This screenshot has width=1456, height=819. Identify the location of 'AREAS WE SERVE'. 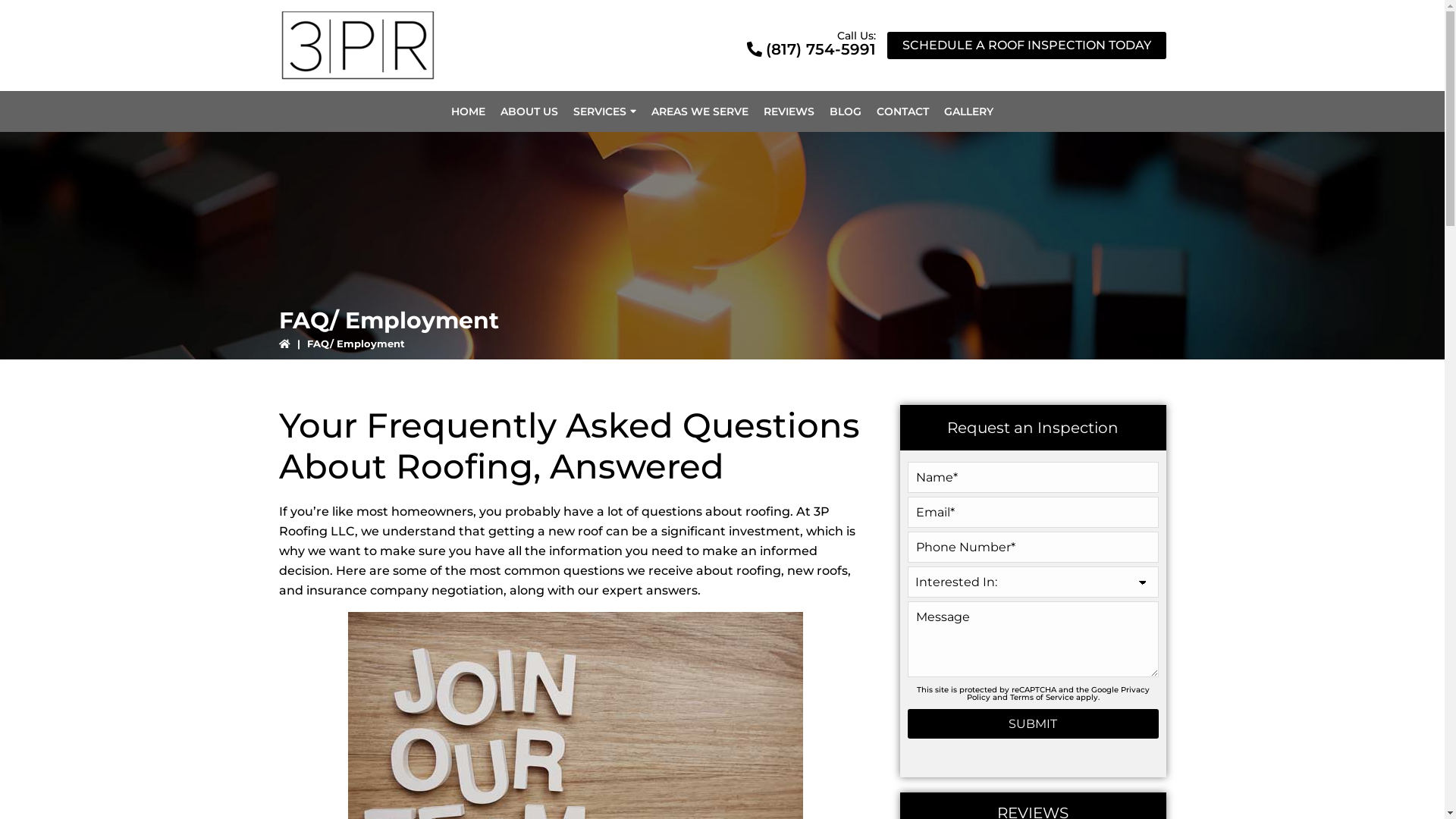
(698, 110).